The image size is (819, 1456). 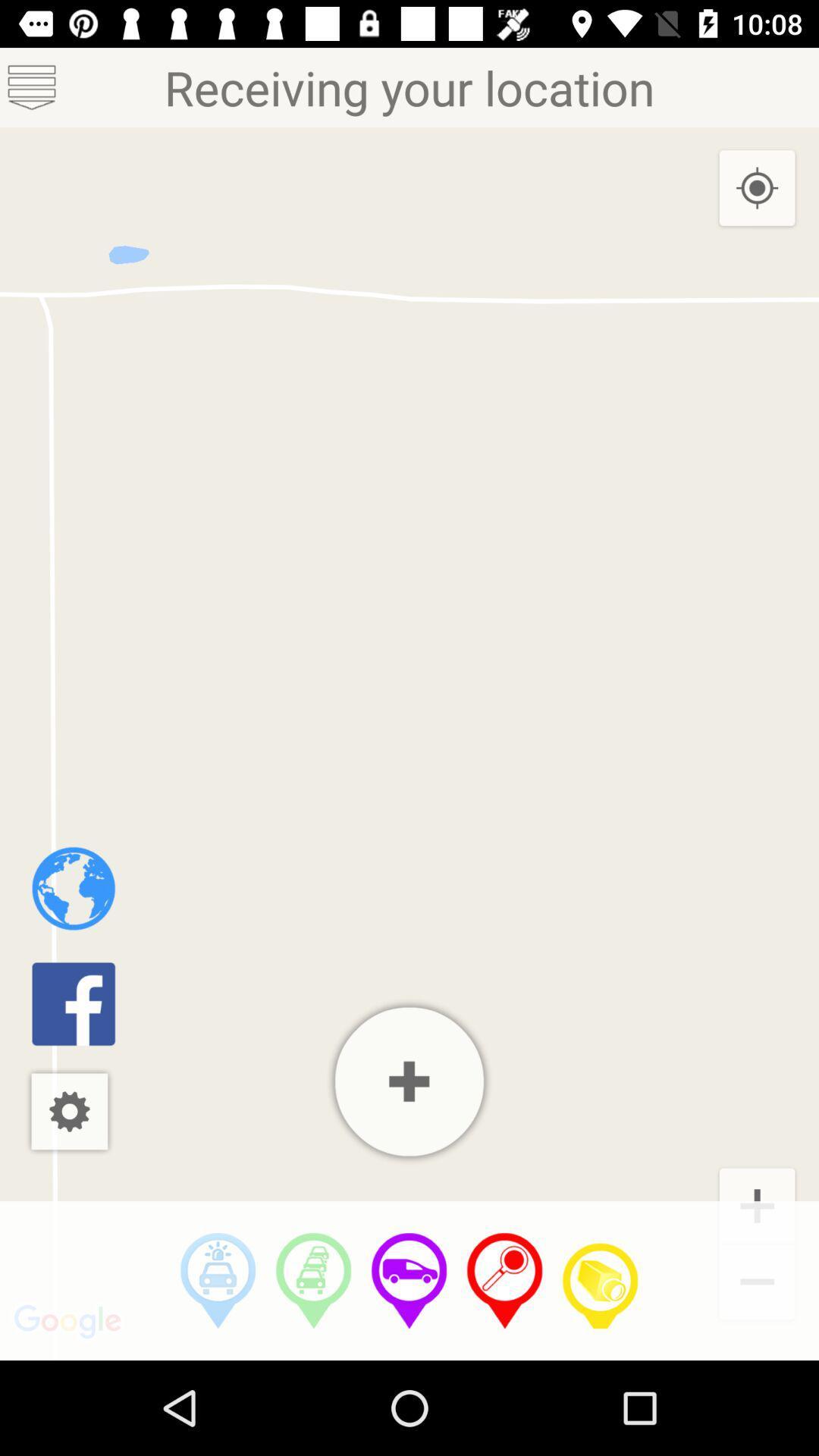 What do you see at coordinates (505, 1280) in the screenshot?
I see `button to receive your location` at bounding box center [505, 1280].